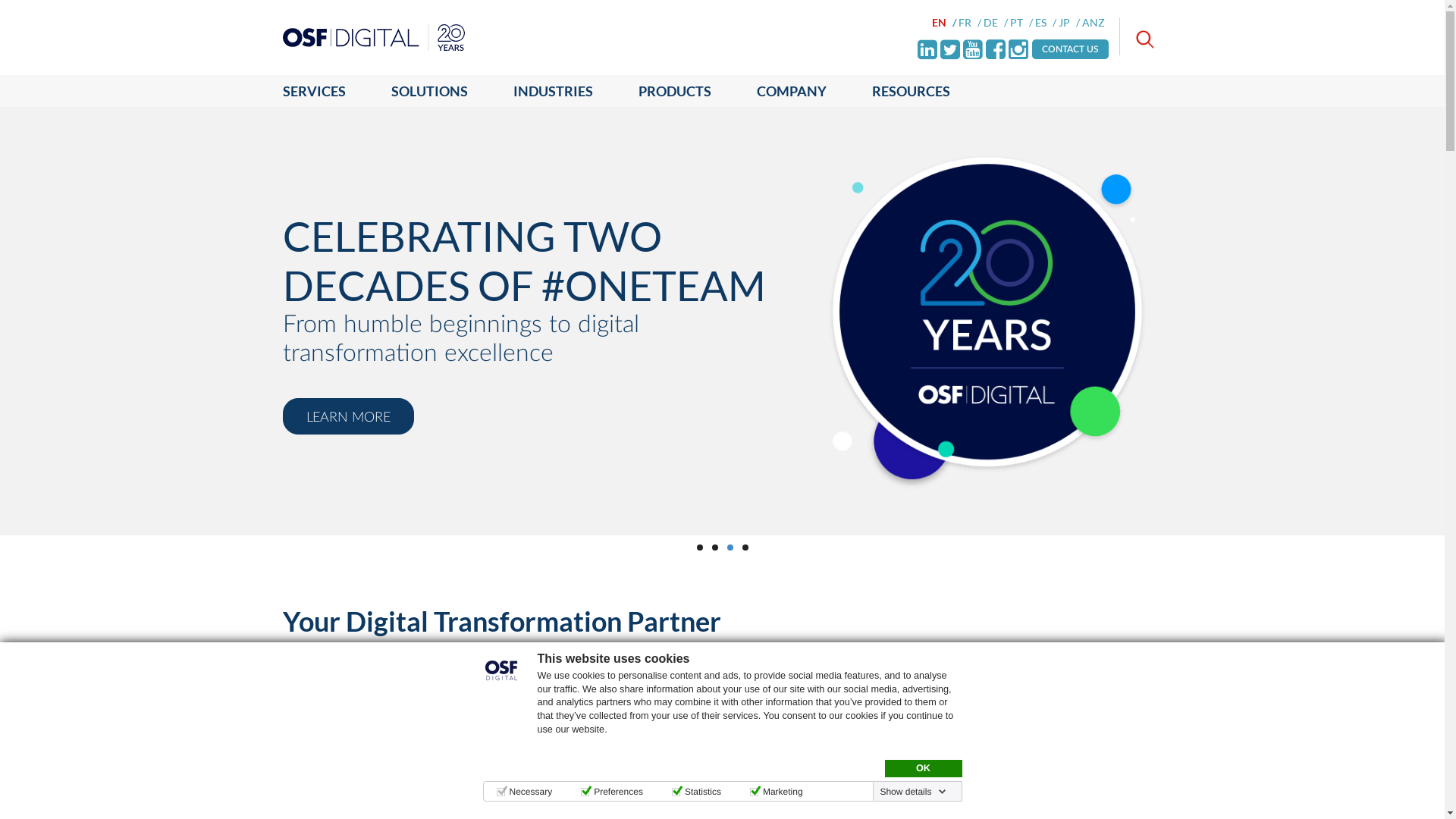 Image resolution: width=1456 pixels, height=819 pixels. I want to click on 'Facebook', so click(996, 49).